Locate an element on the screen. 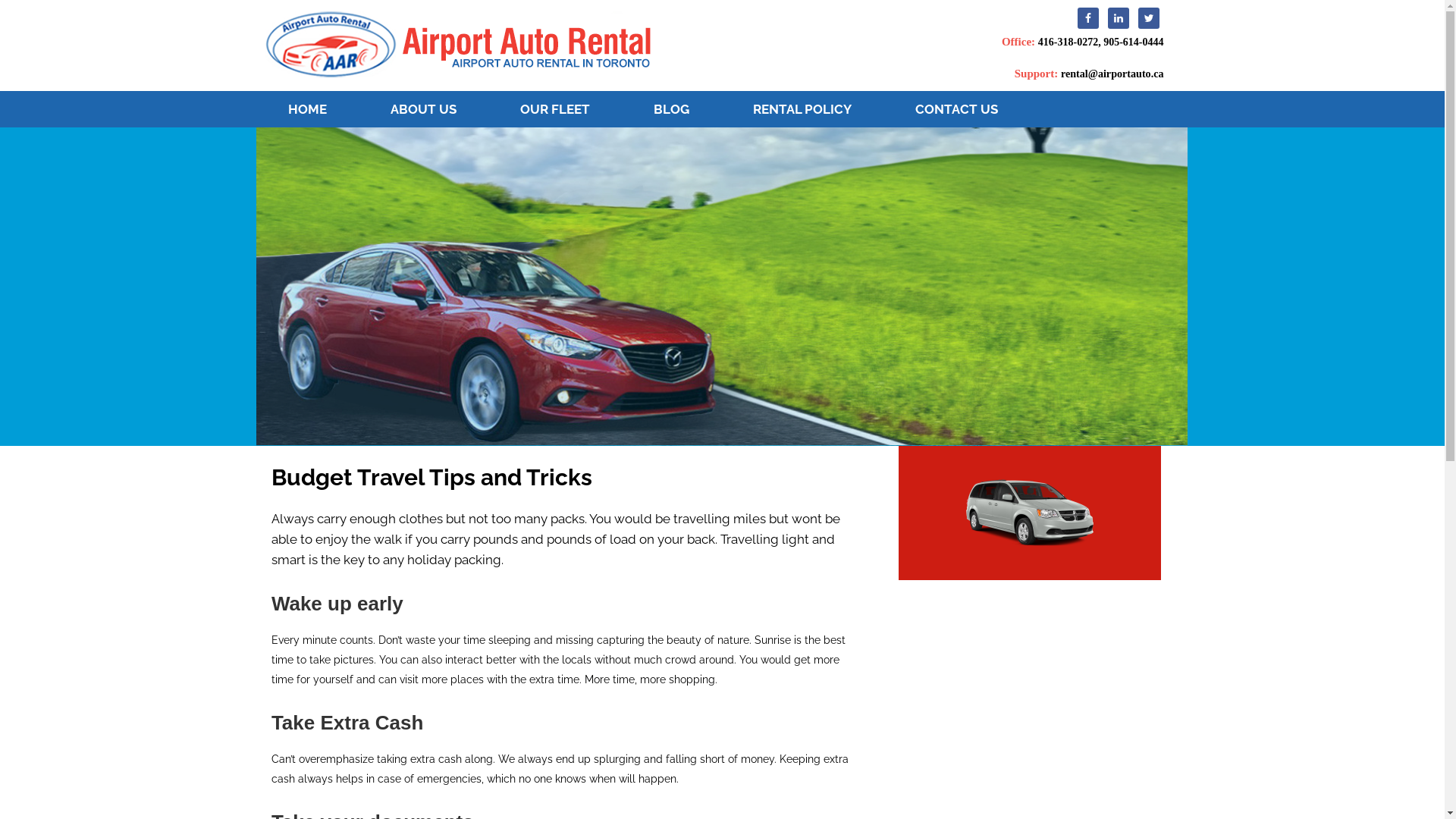 Image resolution: width=1456 pixels, height=819 pixels. 'OUR FLEET' is located at coordinates (554, 108).